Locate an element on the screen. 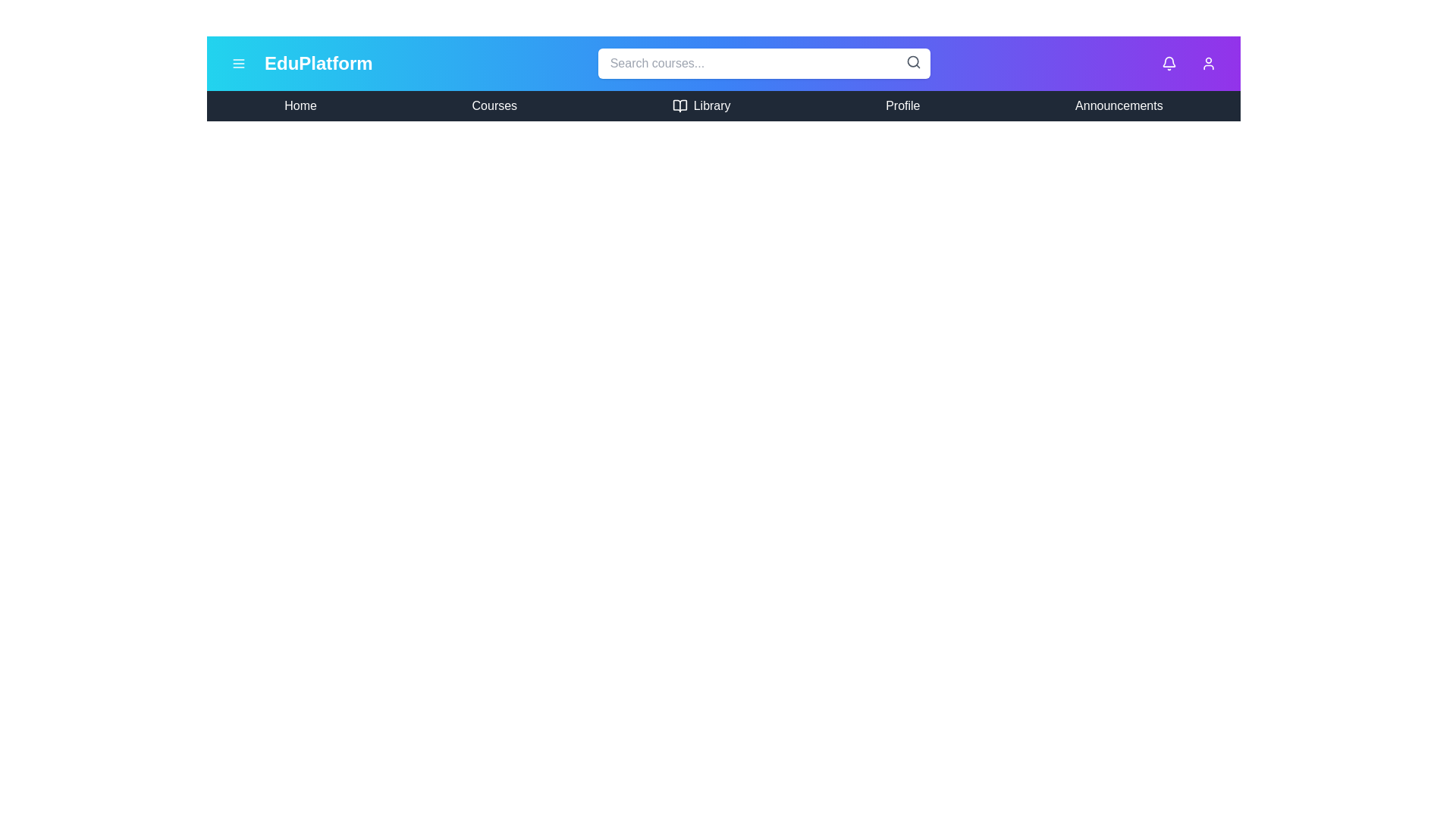  the menu item Home to navigate to the corresponding section is located at coordinates (300, 105).